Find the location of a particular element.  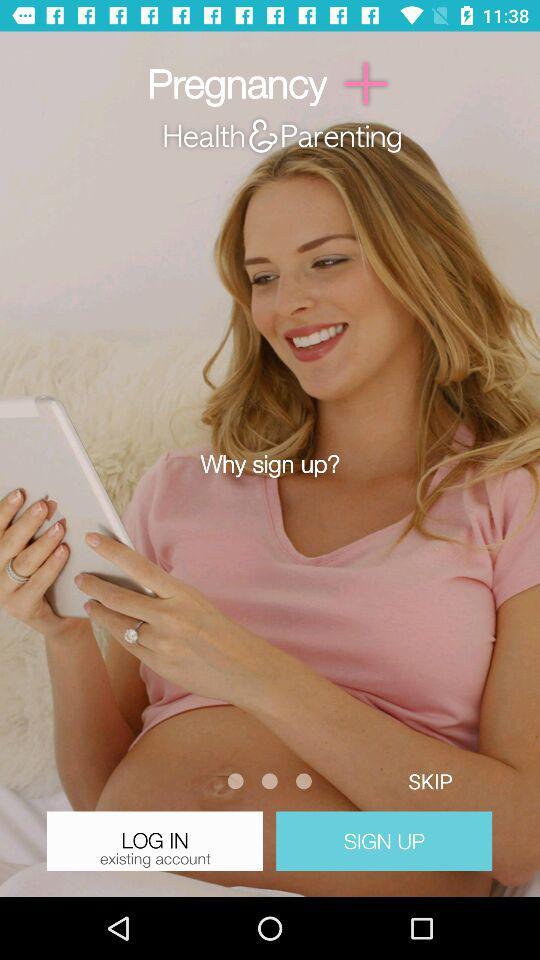

item below why sign up? is located at coordinates (429, 781).